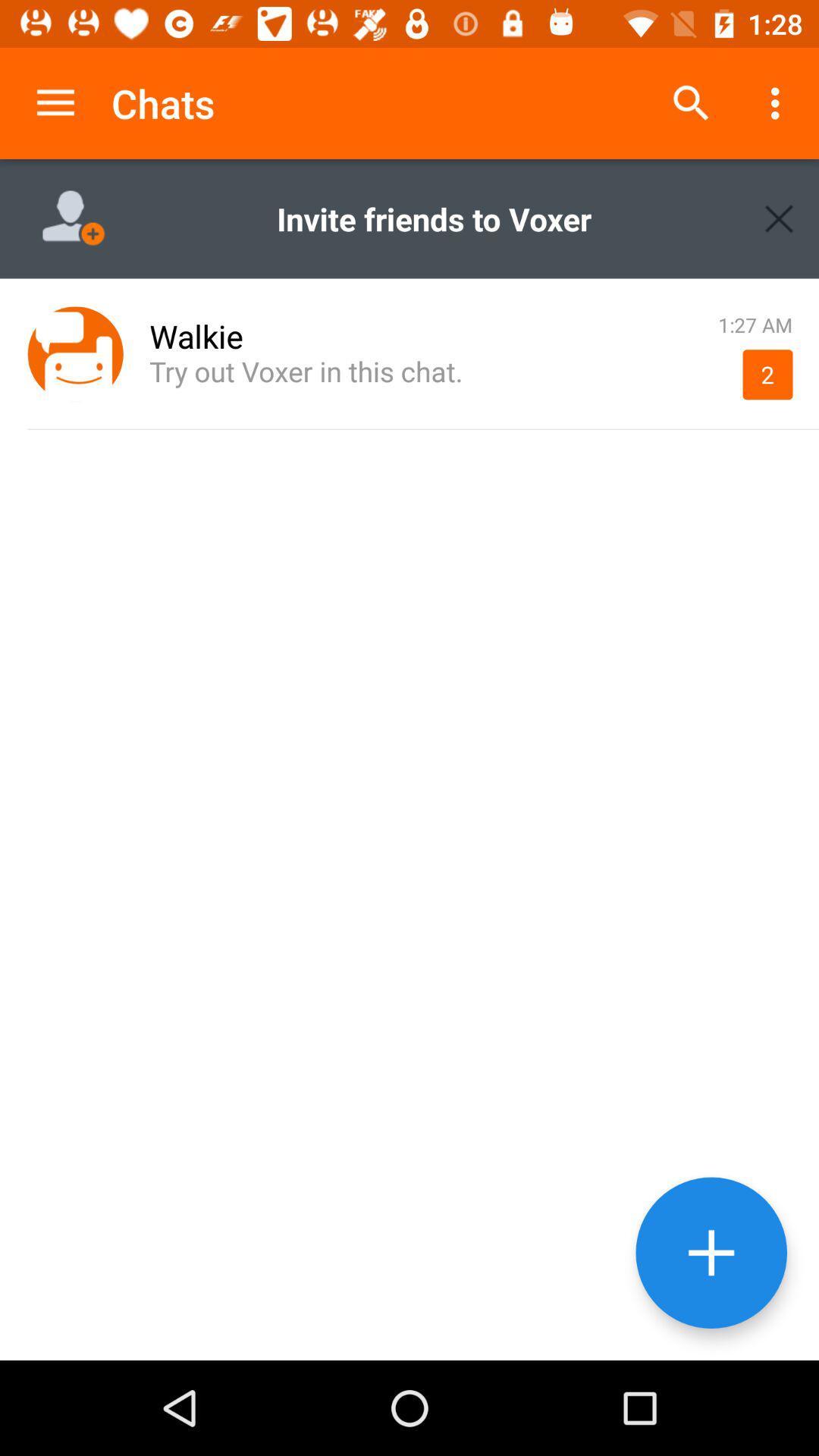  I want to click on box top right corner, so click(779, 218).